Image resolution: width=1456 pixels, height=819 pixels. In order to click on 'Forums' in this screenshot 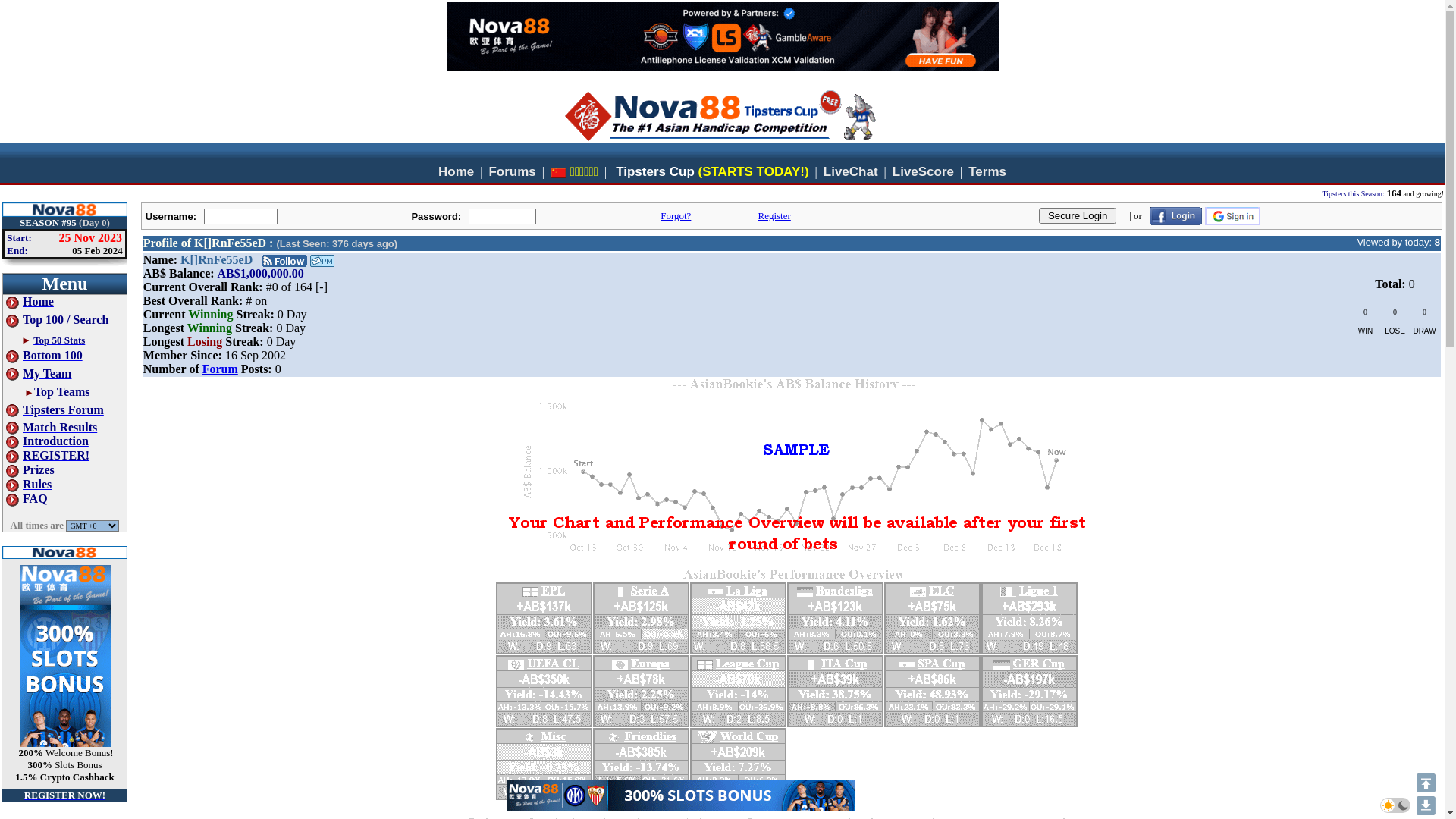, I will do `click(512, 171)`.